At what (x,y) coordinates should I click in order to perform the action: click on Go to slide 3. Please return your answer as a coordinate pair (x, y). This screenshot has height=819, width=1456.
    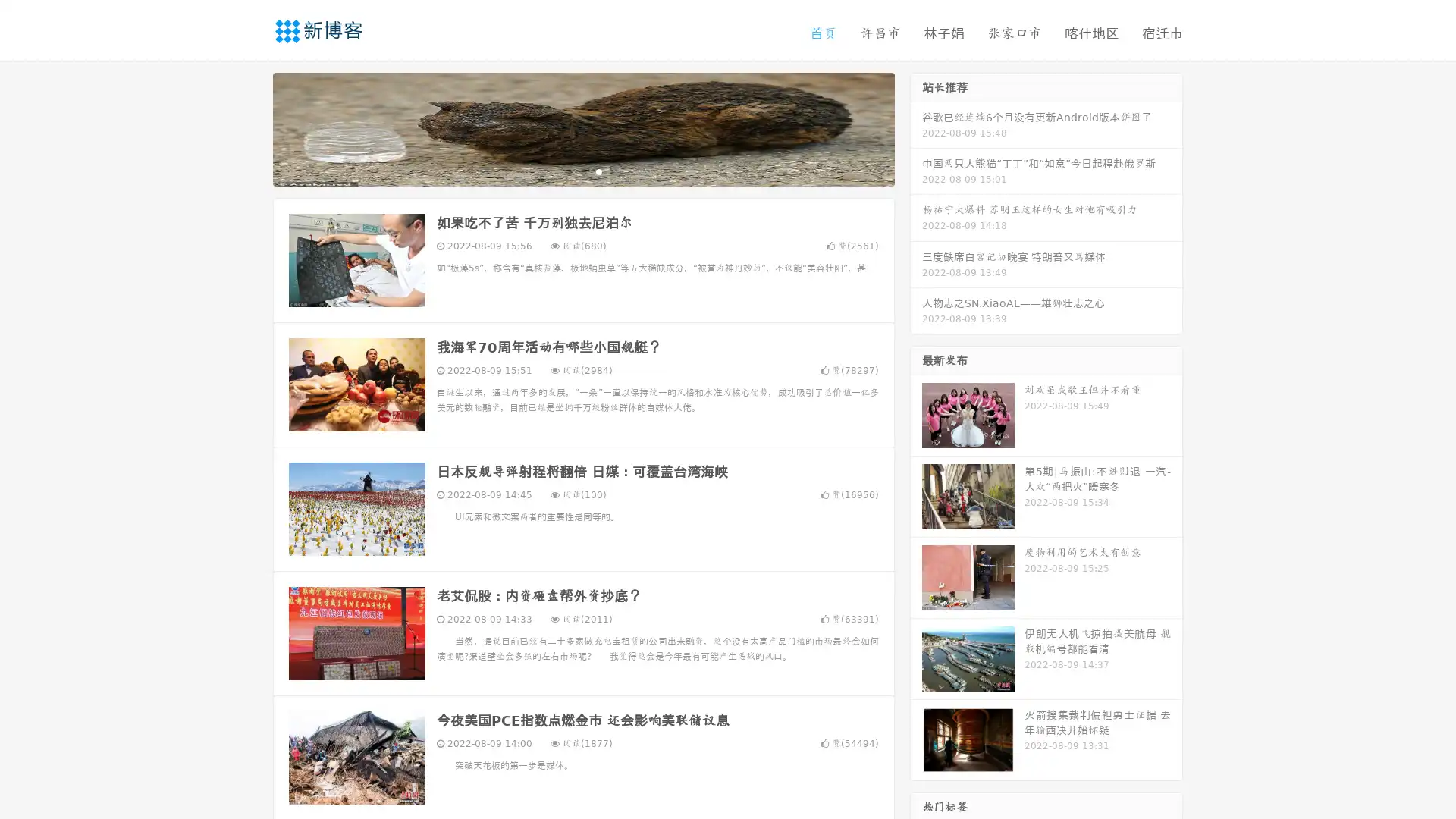
    Looking at the image, I should click on (598, 171).